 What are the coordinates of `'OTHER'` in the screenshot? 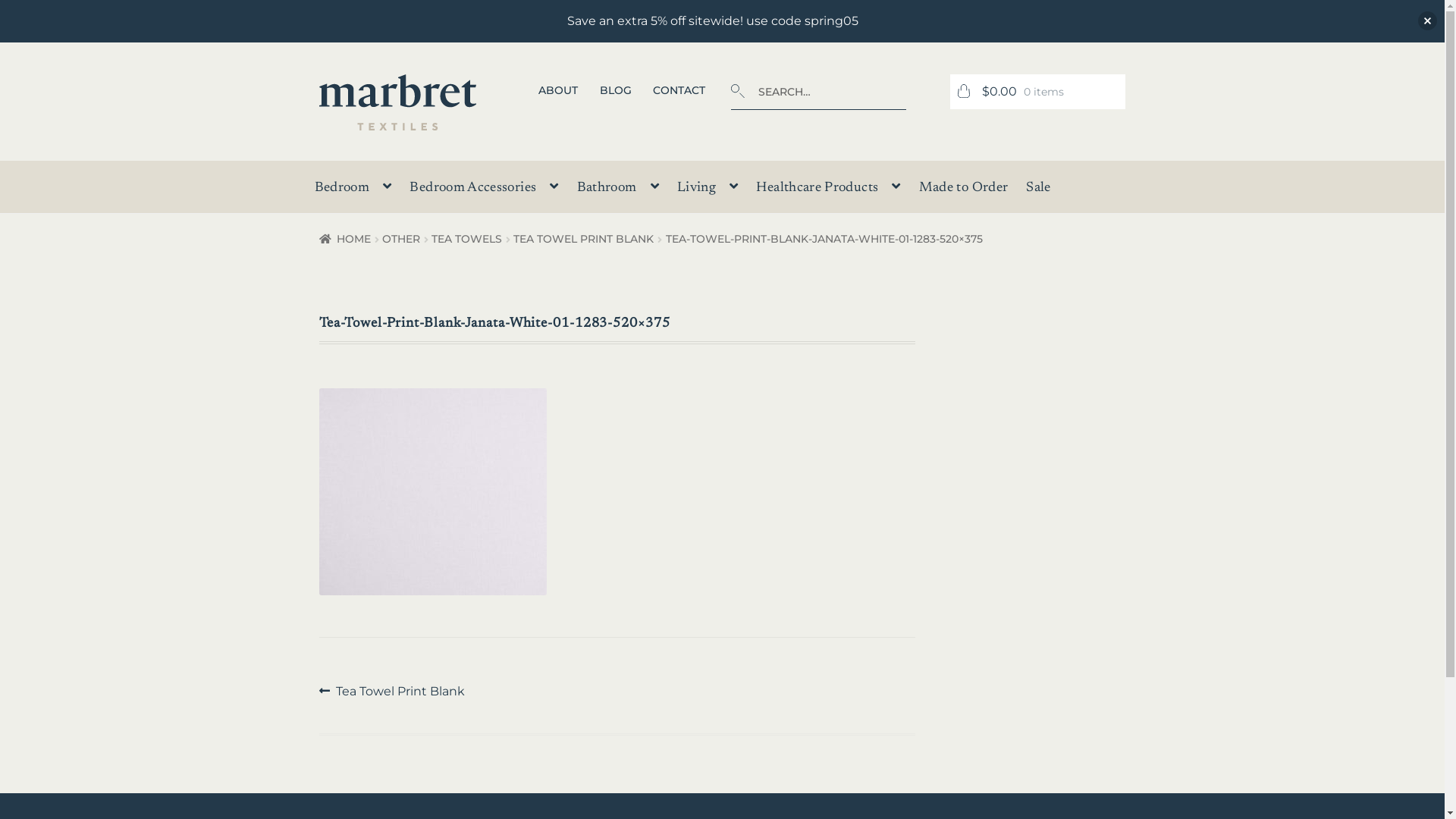 It's located at (400, 239).